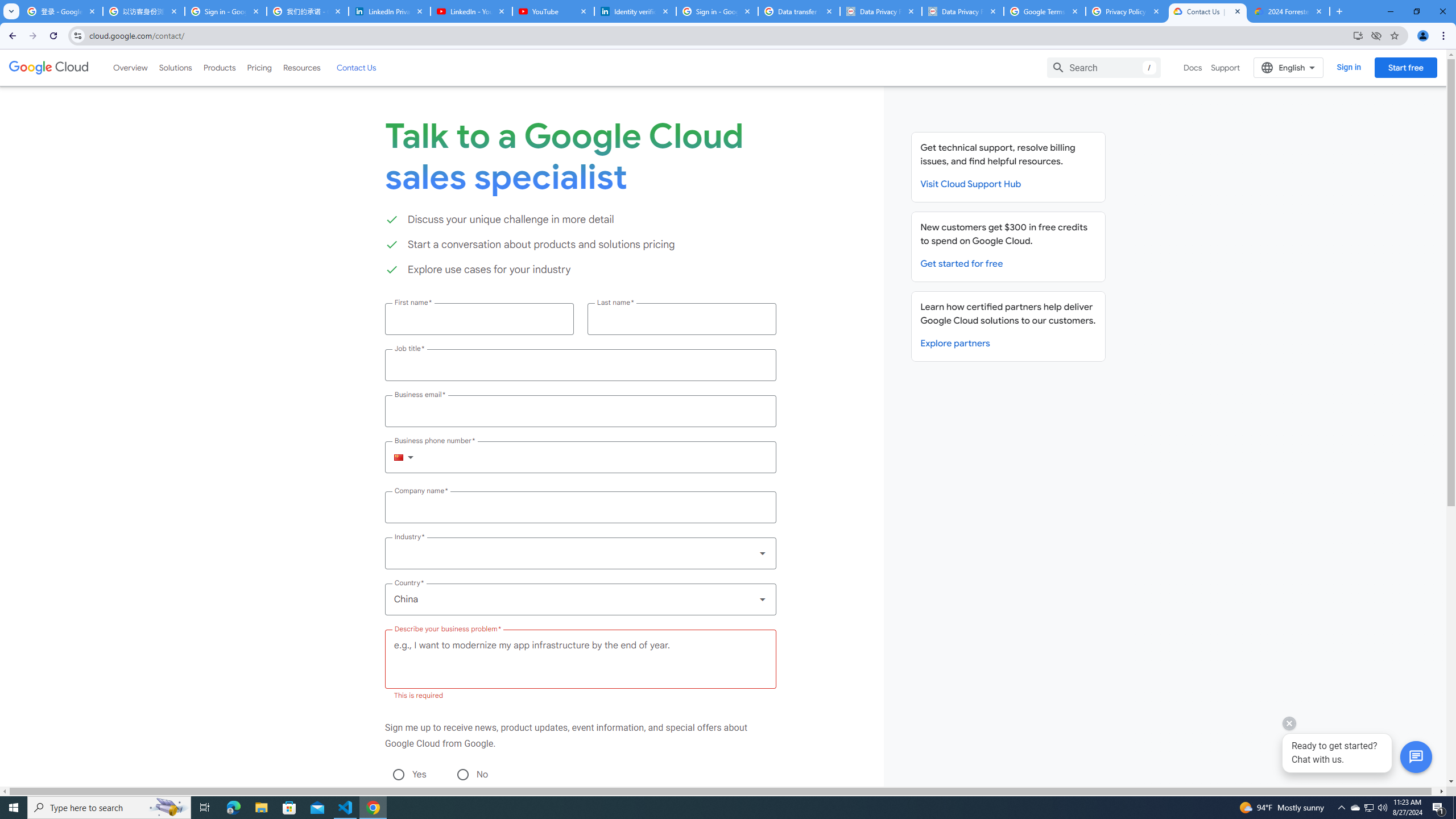 The image size is (1456, 819). I want to click on 'Support', so click(1226, 67).